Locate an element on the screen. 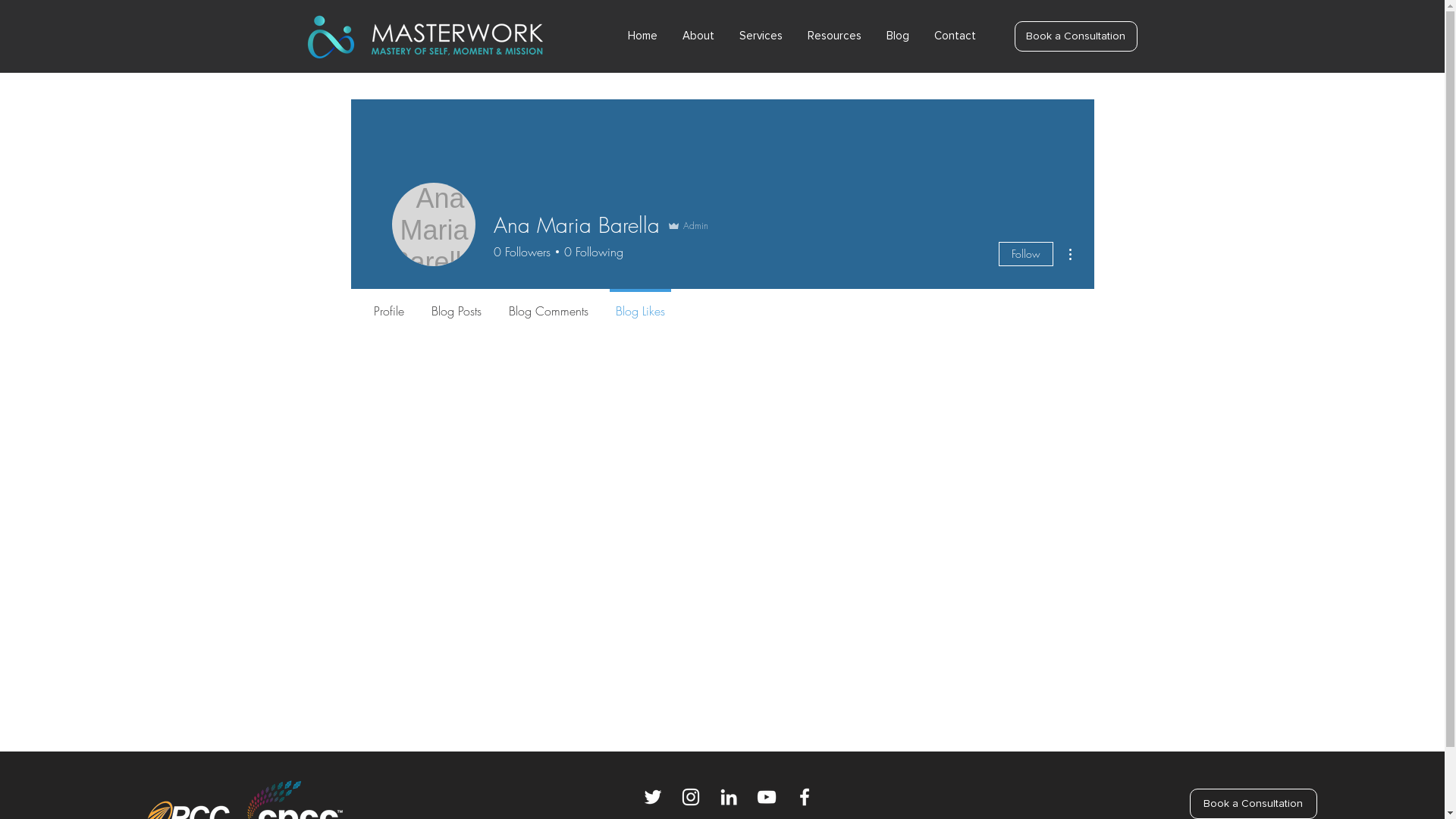 The height and width of the screenshot is (819, 1456). 'Home' is located at coordinates (648, 34).